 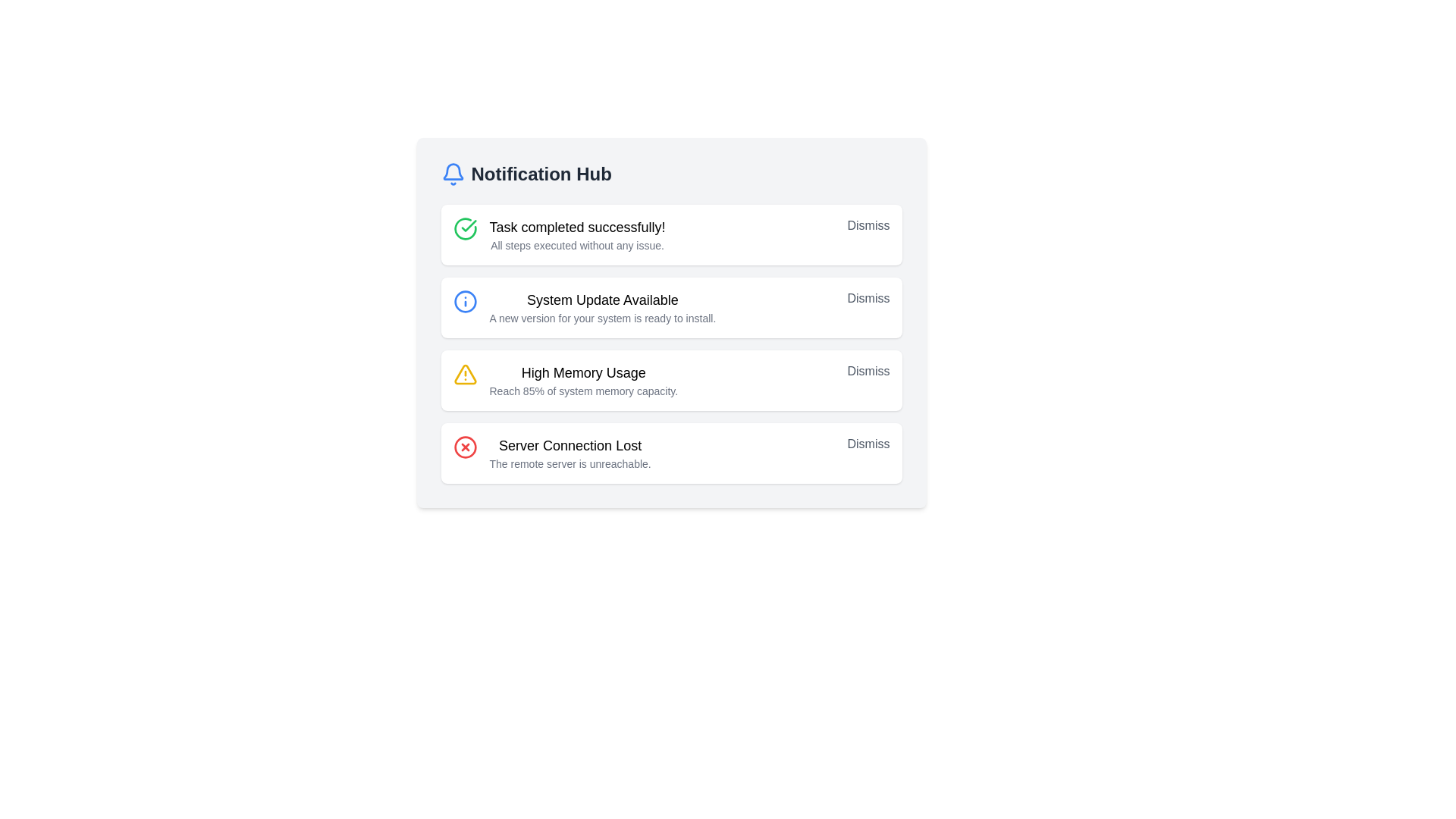 What do you see at coordinates (868, 371) in the screenshot?
I see `the 'Dismiss' button, which is styled in gray and located in the notification block for 'High Memory Usage'` at bounding box center [868, 371].